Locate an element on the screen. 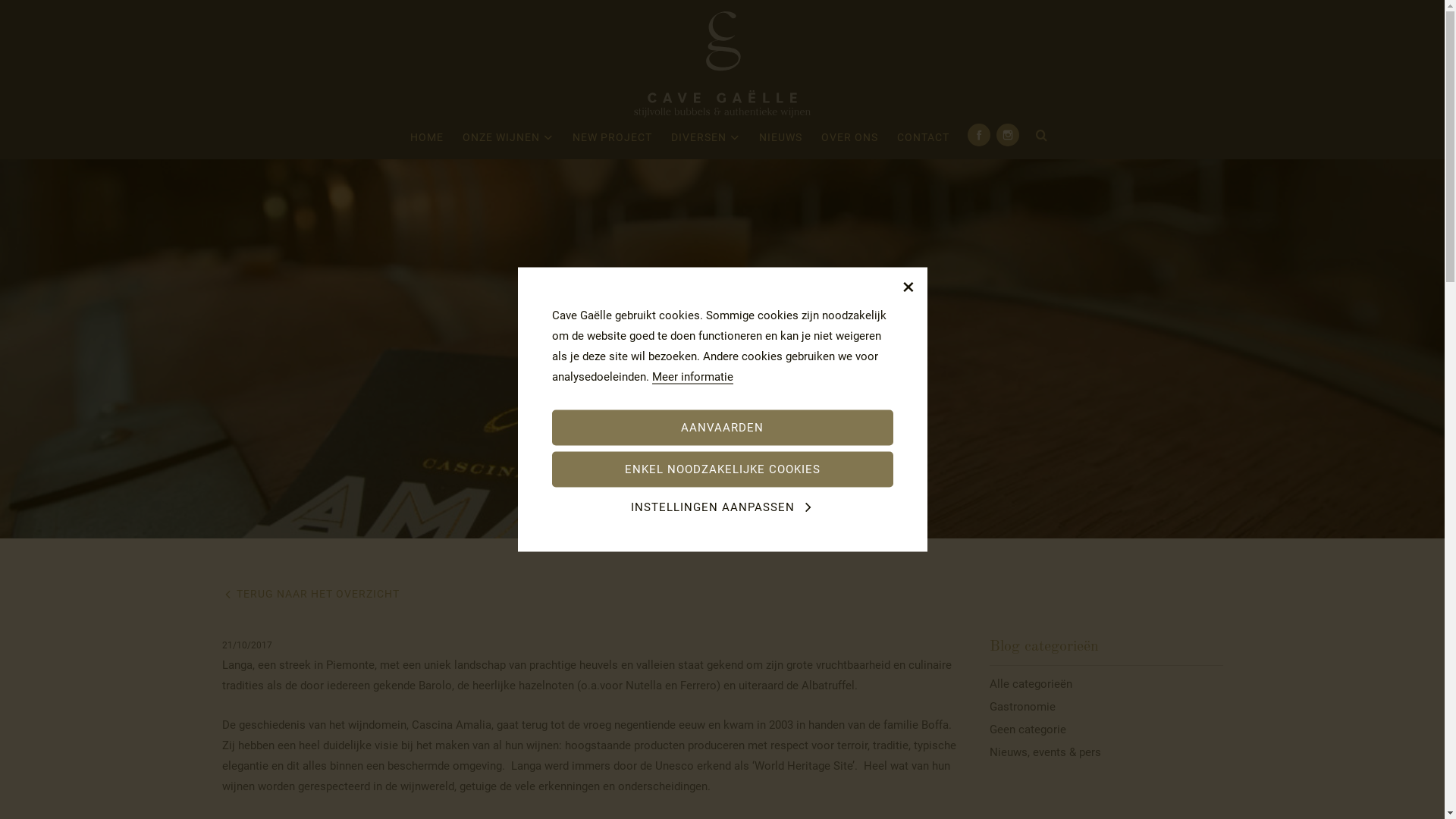 The width and height of the screenshot is (1456, 819). 'Volg ons op Facebook' is located at coordinates (979, 133).